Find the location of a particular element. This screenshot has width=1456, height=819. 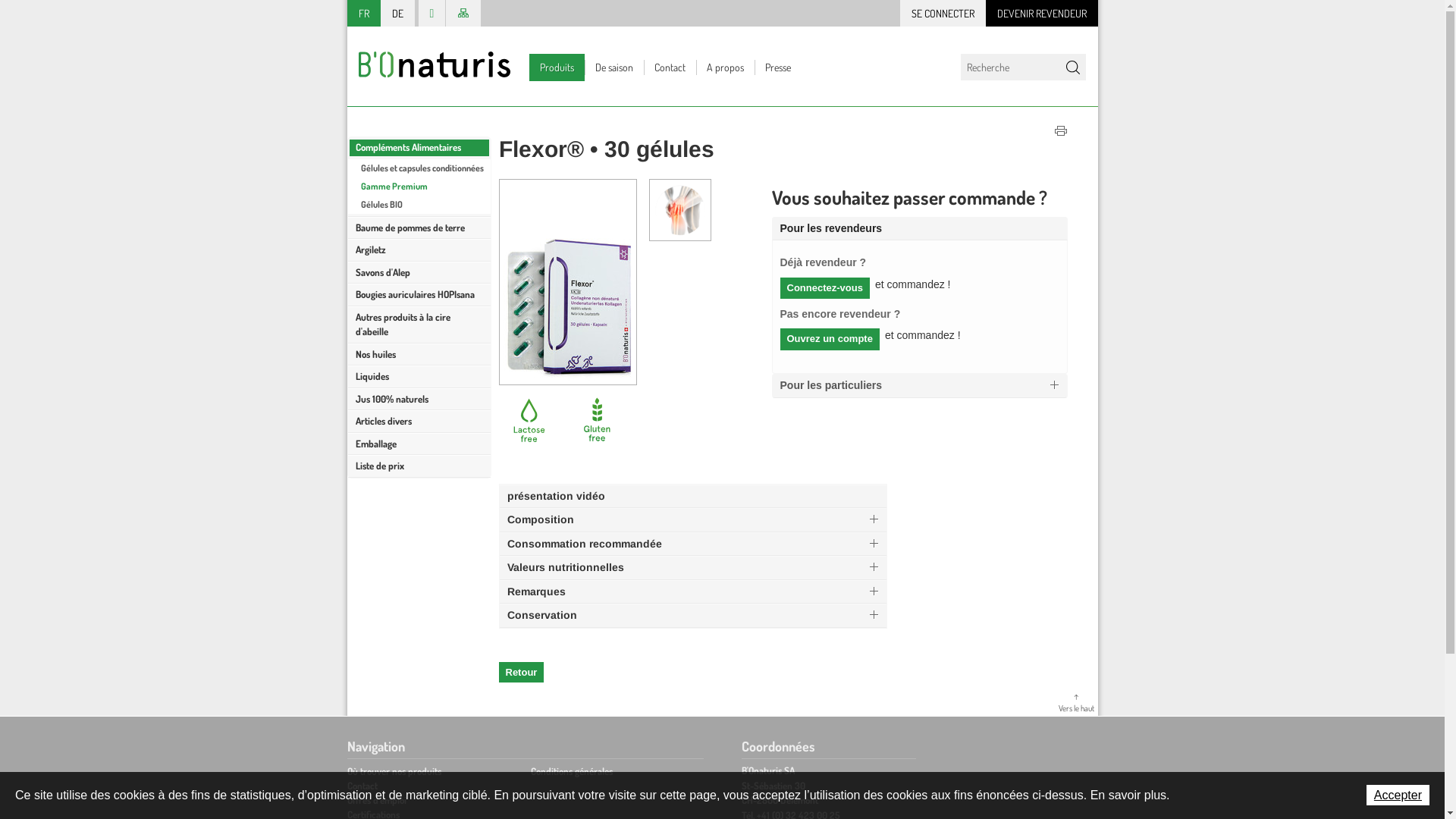

'DEVENIR REVENDEUR' is located at coordinates (1040, 13).